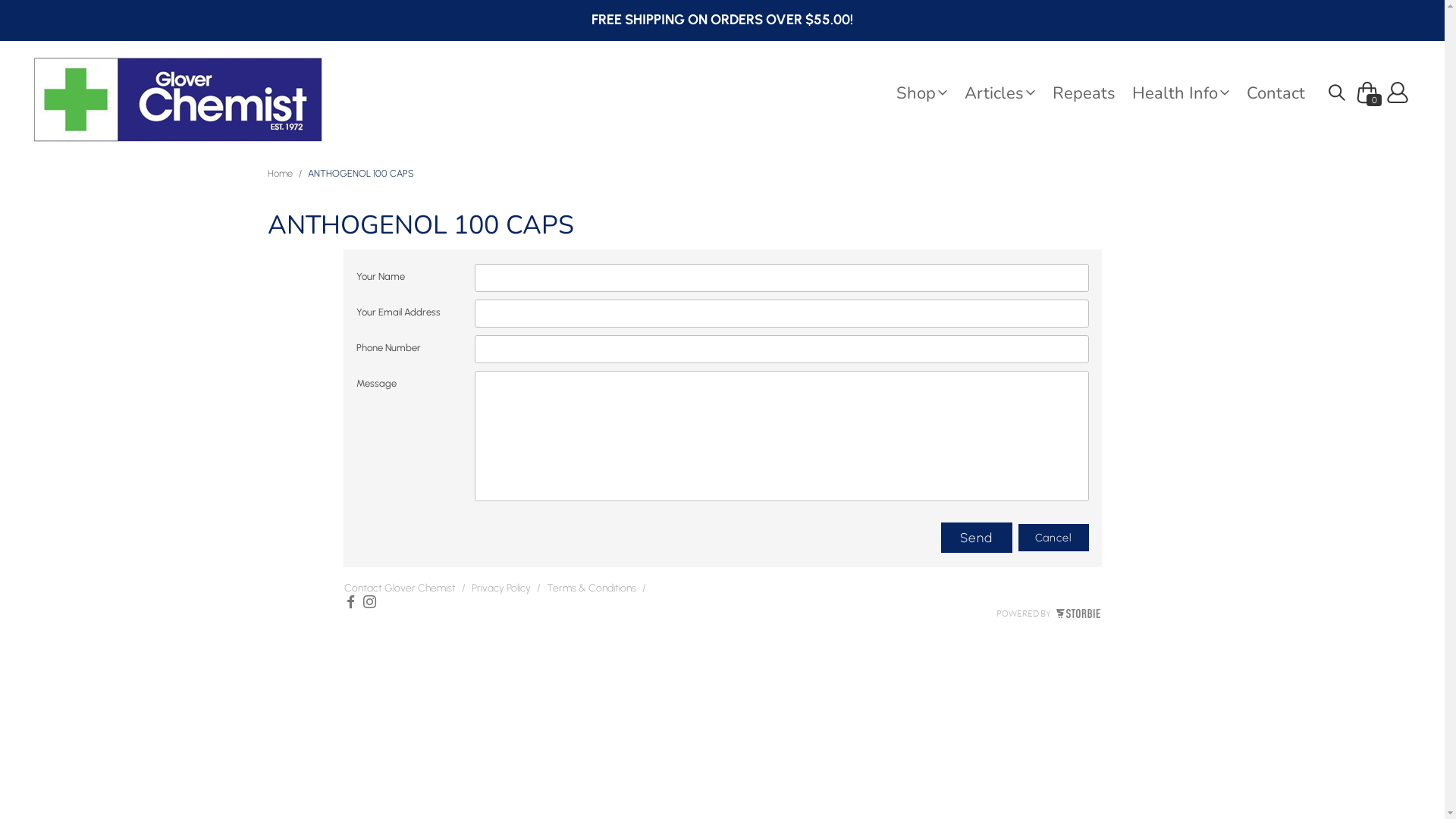 This screenshot has width=1456, height=819. I want to click on 'Home', so click(279, 172).